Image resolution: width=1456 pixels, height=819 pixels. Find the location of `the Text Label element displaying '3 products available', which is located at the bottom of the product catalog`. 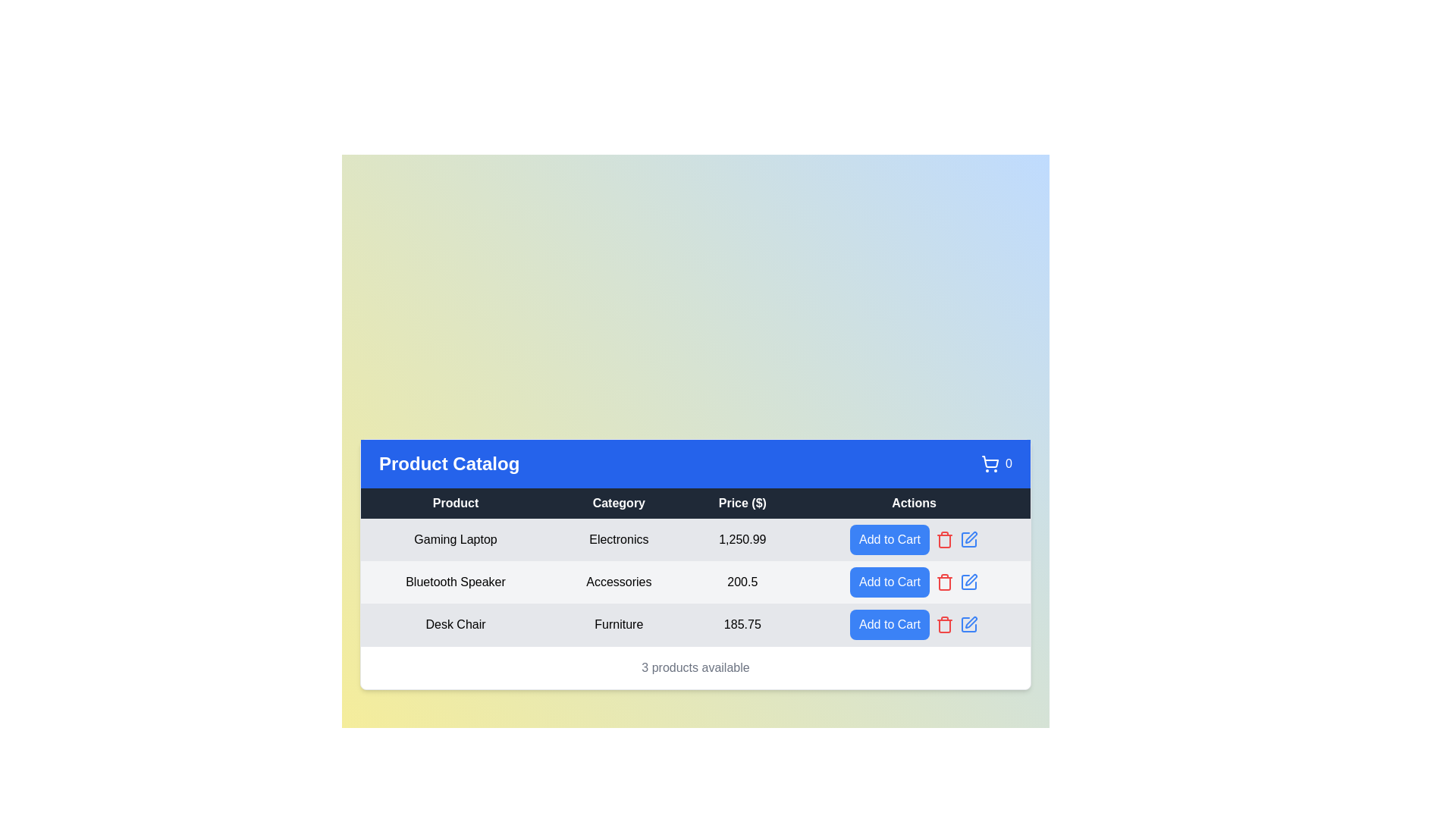

the Text Label element displaying '3 products available', which is located at the bottom of the product catalog is located at coordinates (695, 666).